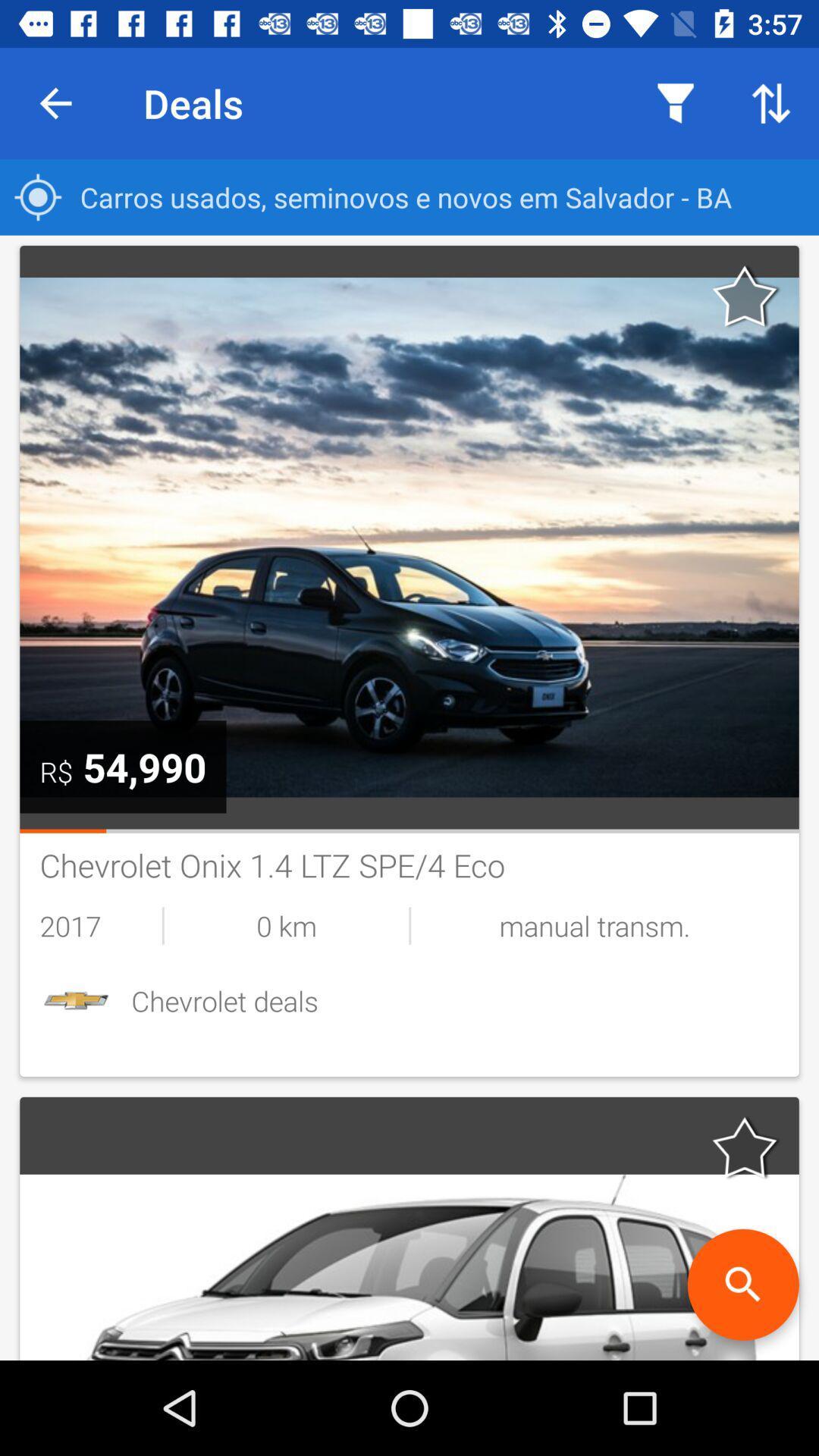  I want to click on item to the left of deals item, so click(55, 102).